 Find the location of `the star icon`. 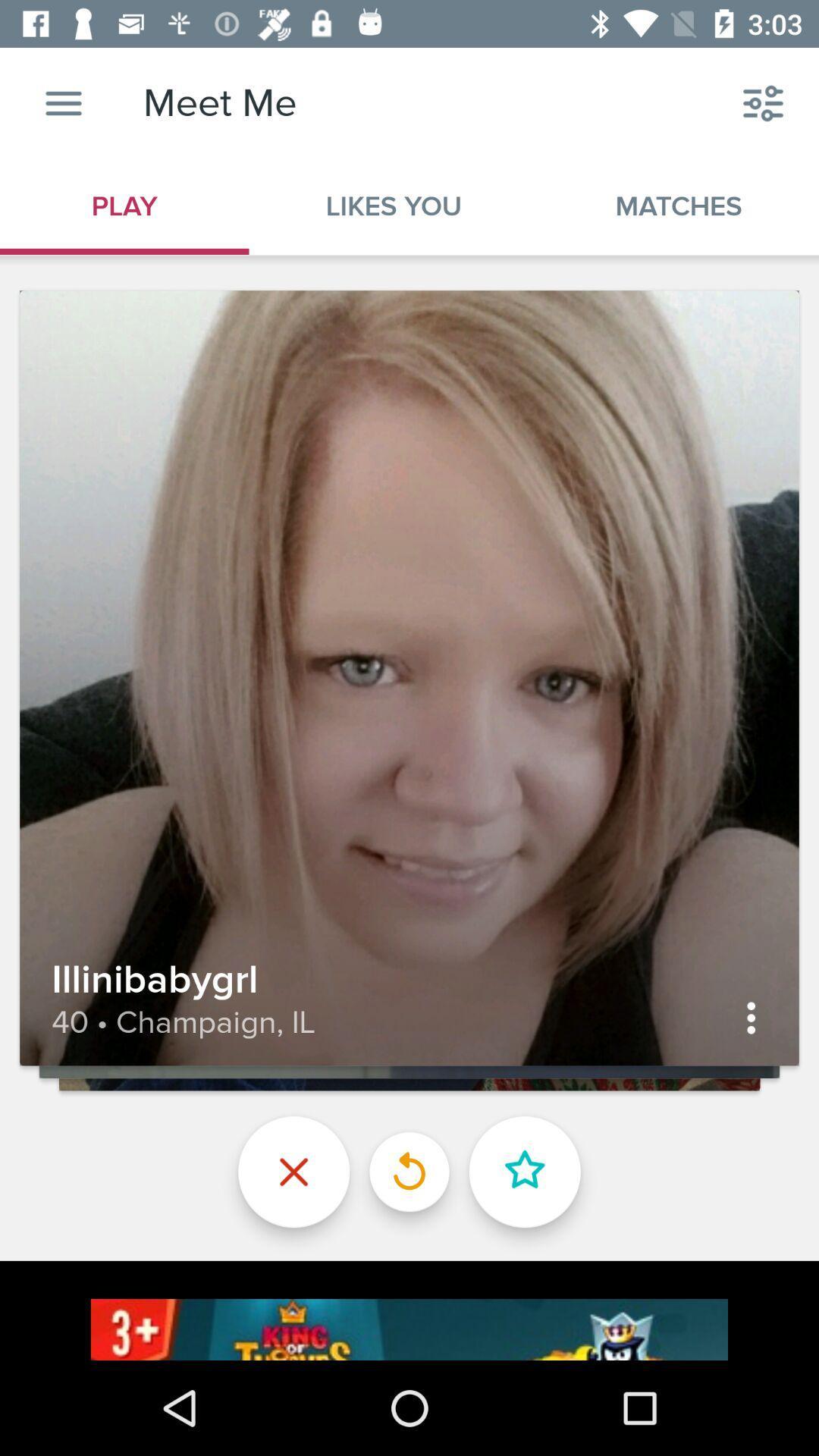

the star icon is located at coordinates (524, 1171).